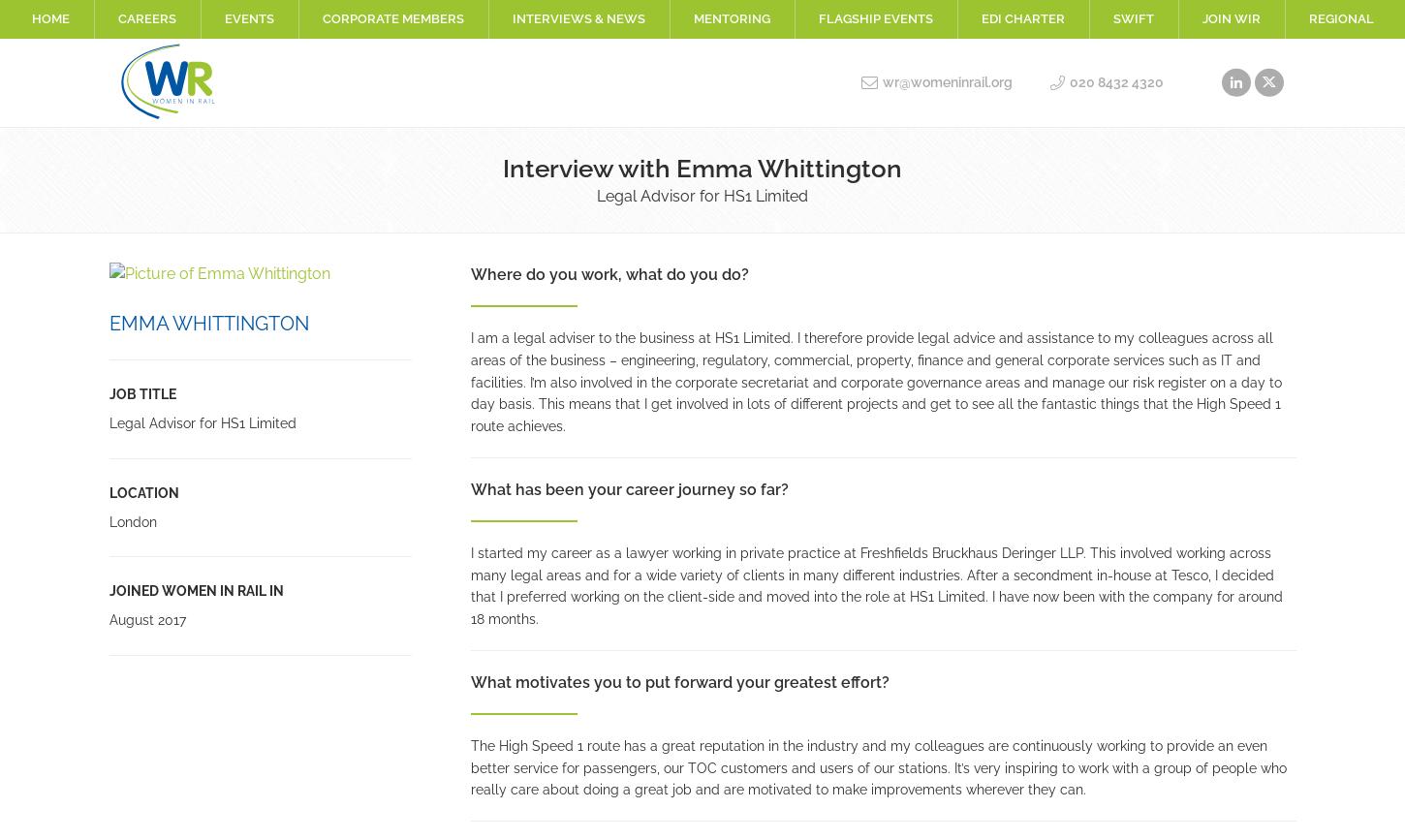  I want to click on 'Emma Whittington', so click(207, 323).